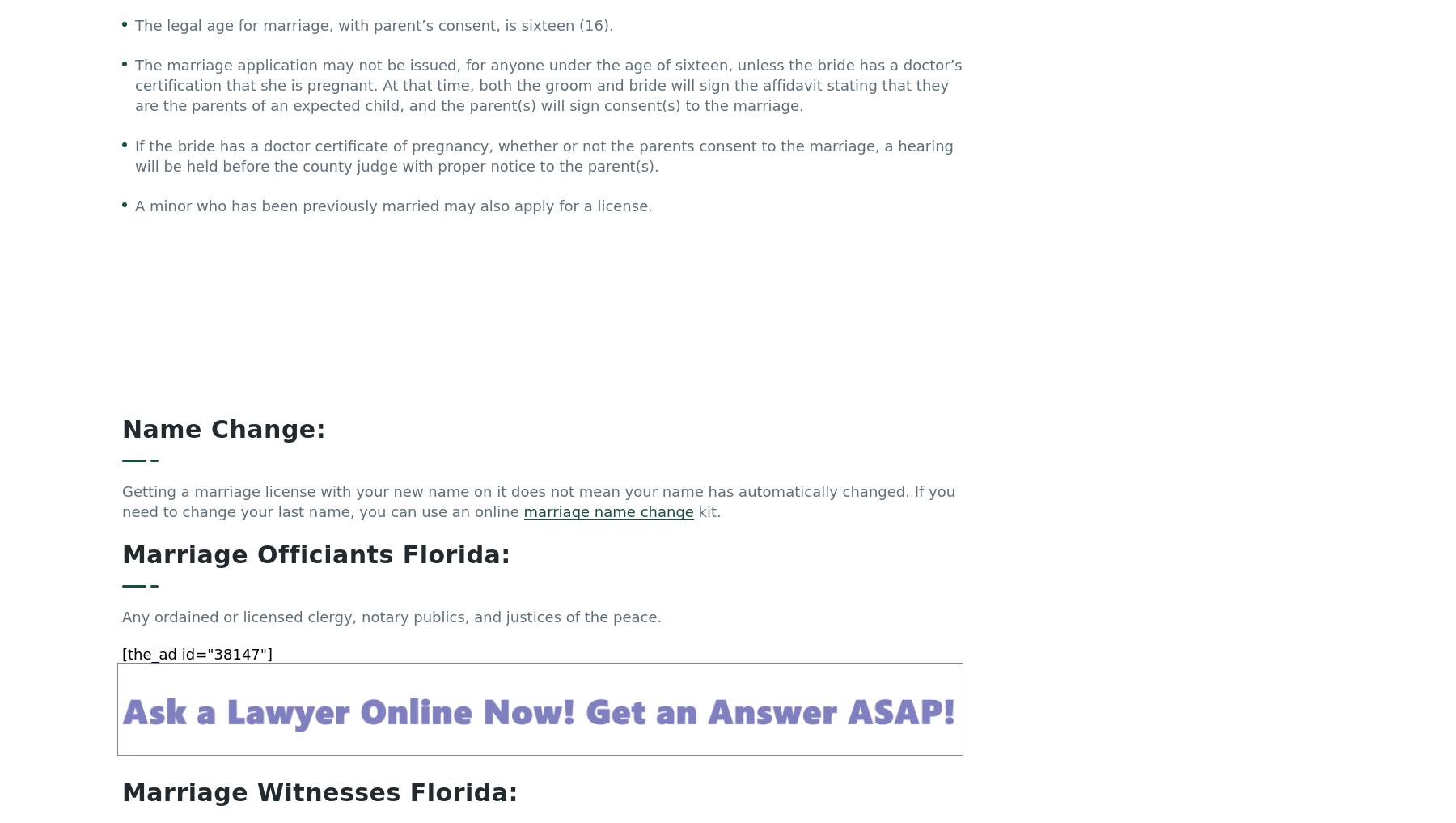  Describe the element at coordinates (396, 728) in the screenshot. I see `'Copy of Certificate of Marriage License'` at that location.